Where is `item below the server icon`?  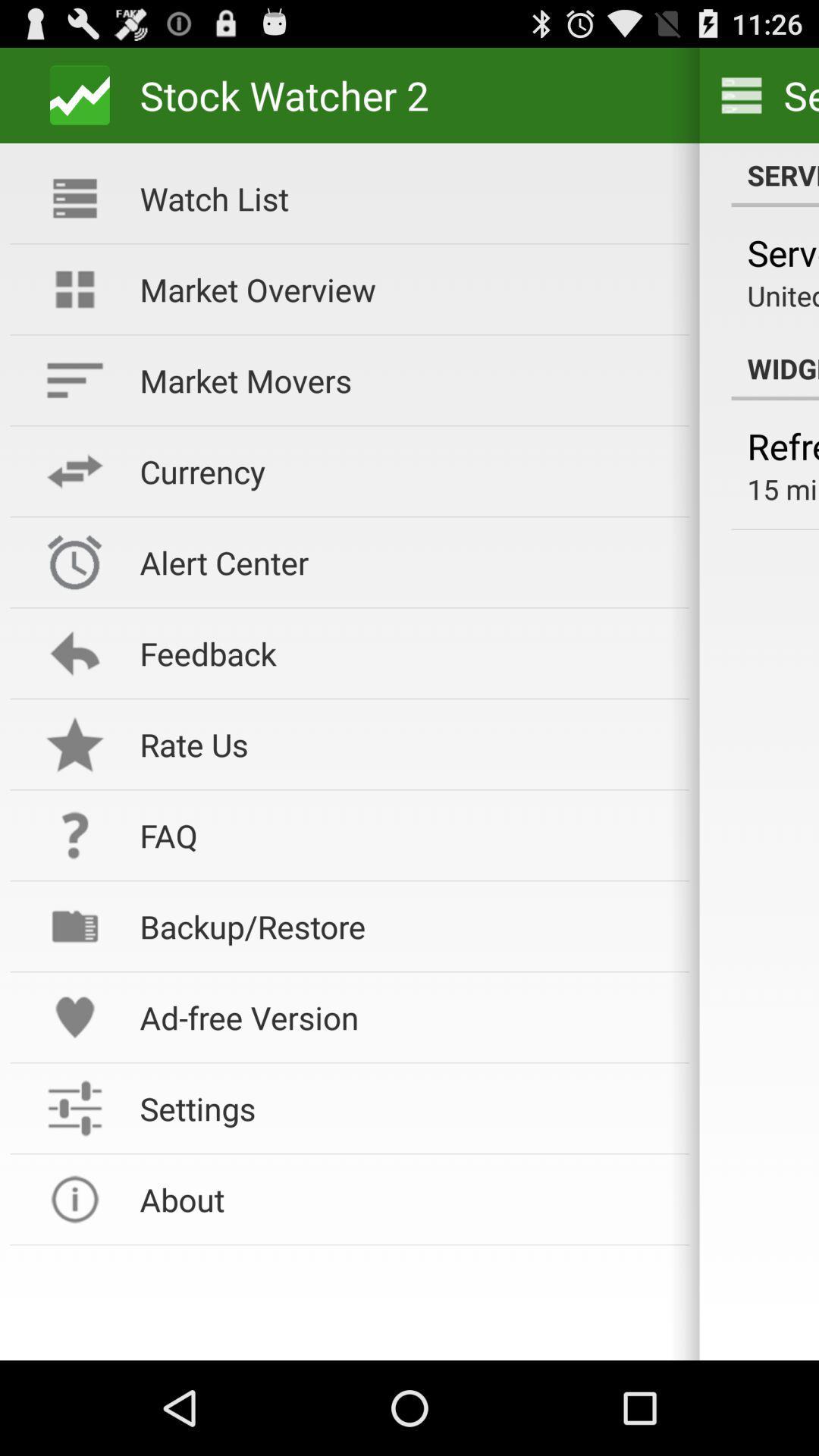 item below the server icon is located at coordinates (783, 295).